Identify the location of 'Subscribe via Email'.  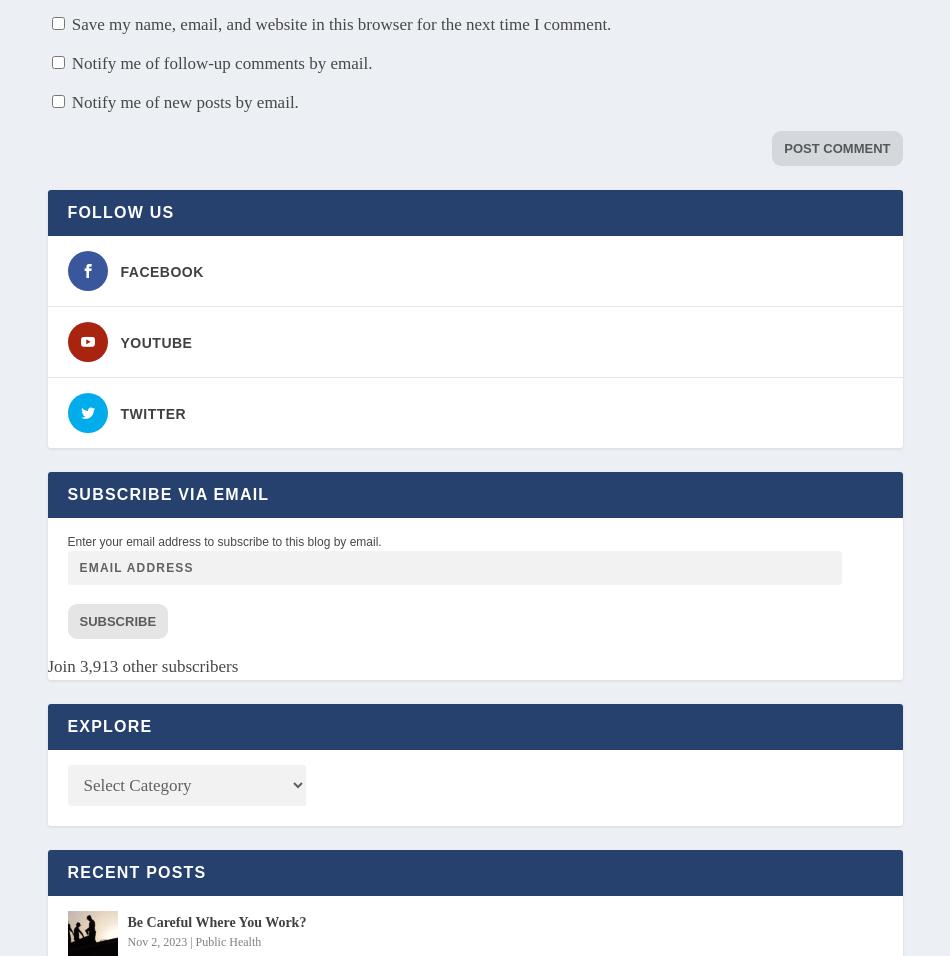
(167, 492).